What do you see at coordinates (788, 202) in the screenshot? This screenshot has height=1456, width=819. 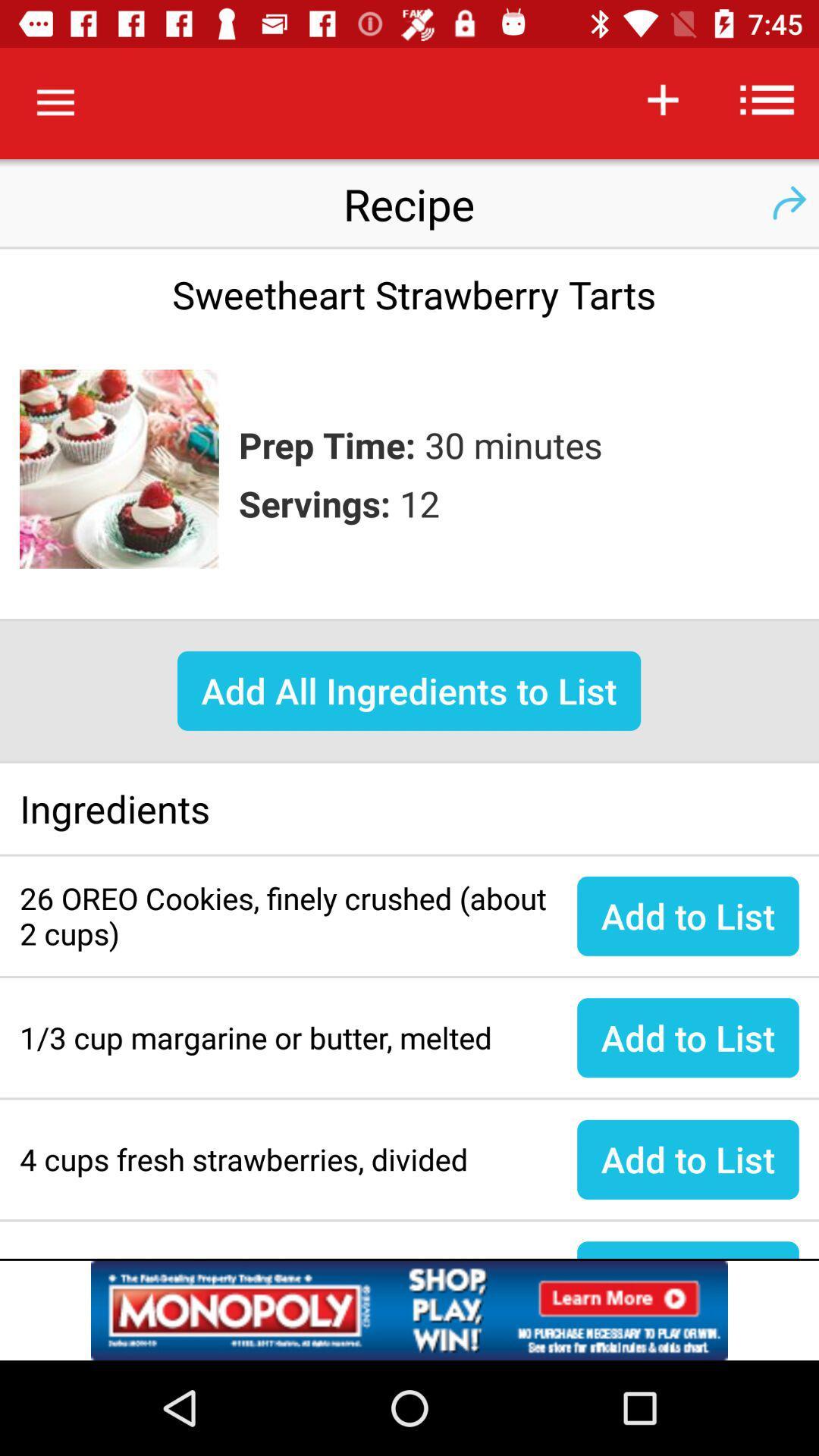 I see `the icon next to recipe at top of the page` at bounding box center [788, 202].